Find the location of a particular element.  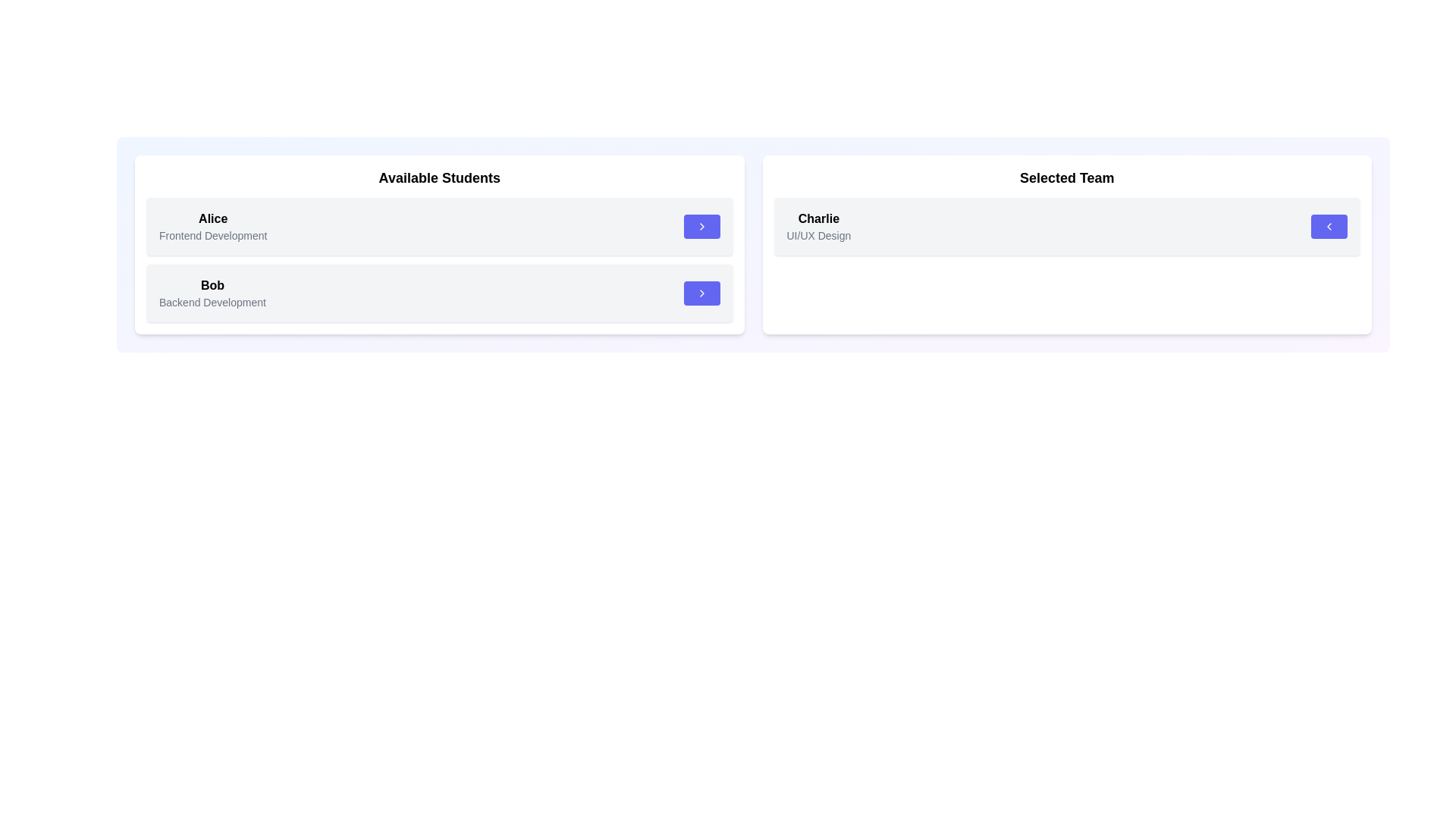

the category Available Students by applying a visual effect is located at coordinates (438, 177).